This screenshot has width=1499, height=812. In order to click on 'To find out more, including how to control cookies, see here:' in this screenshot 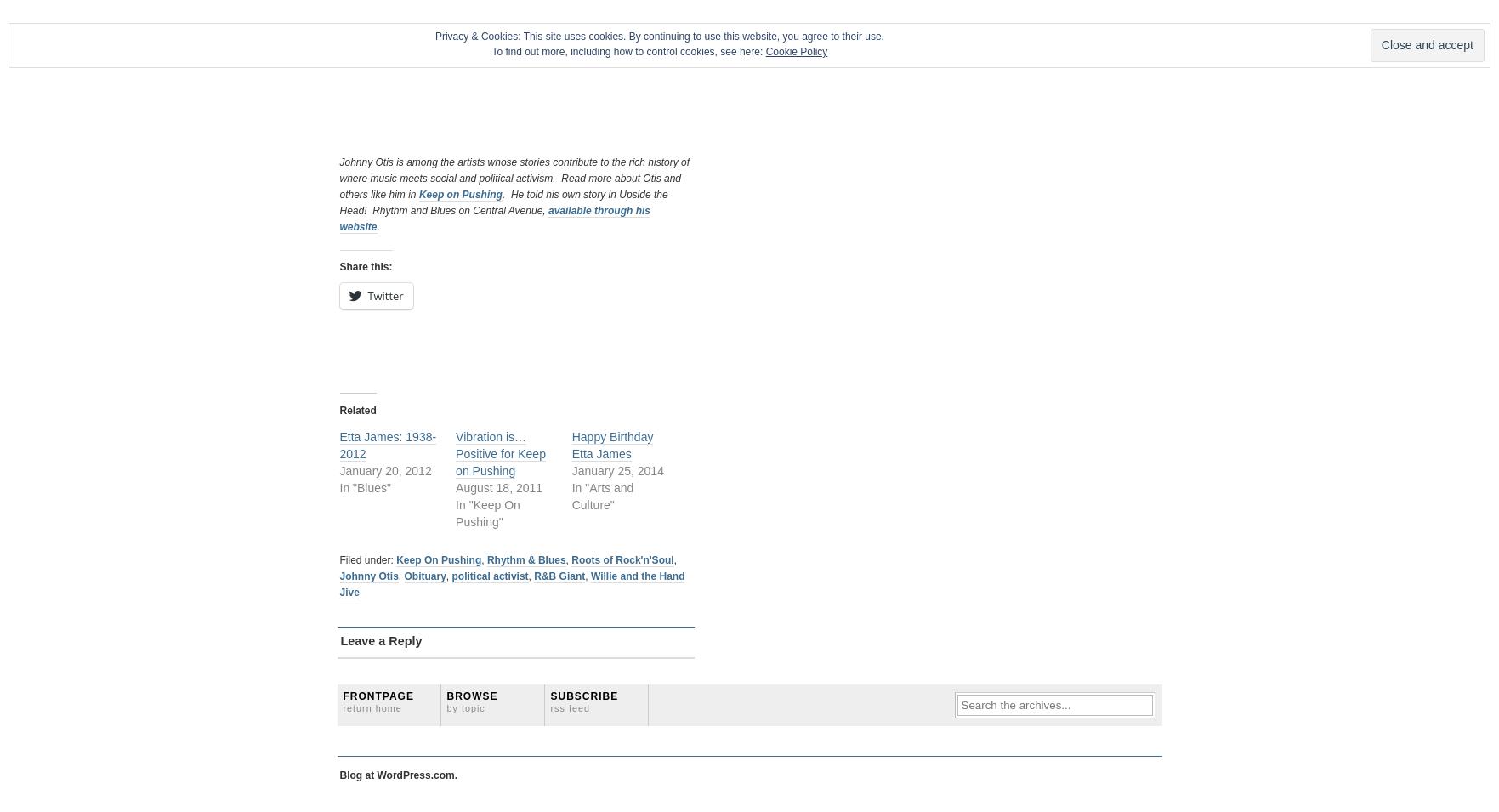, I will do `click(628, 51)`.